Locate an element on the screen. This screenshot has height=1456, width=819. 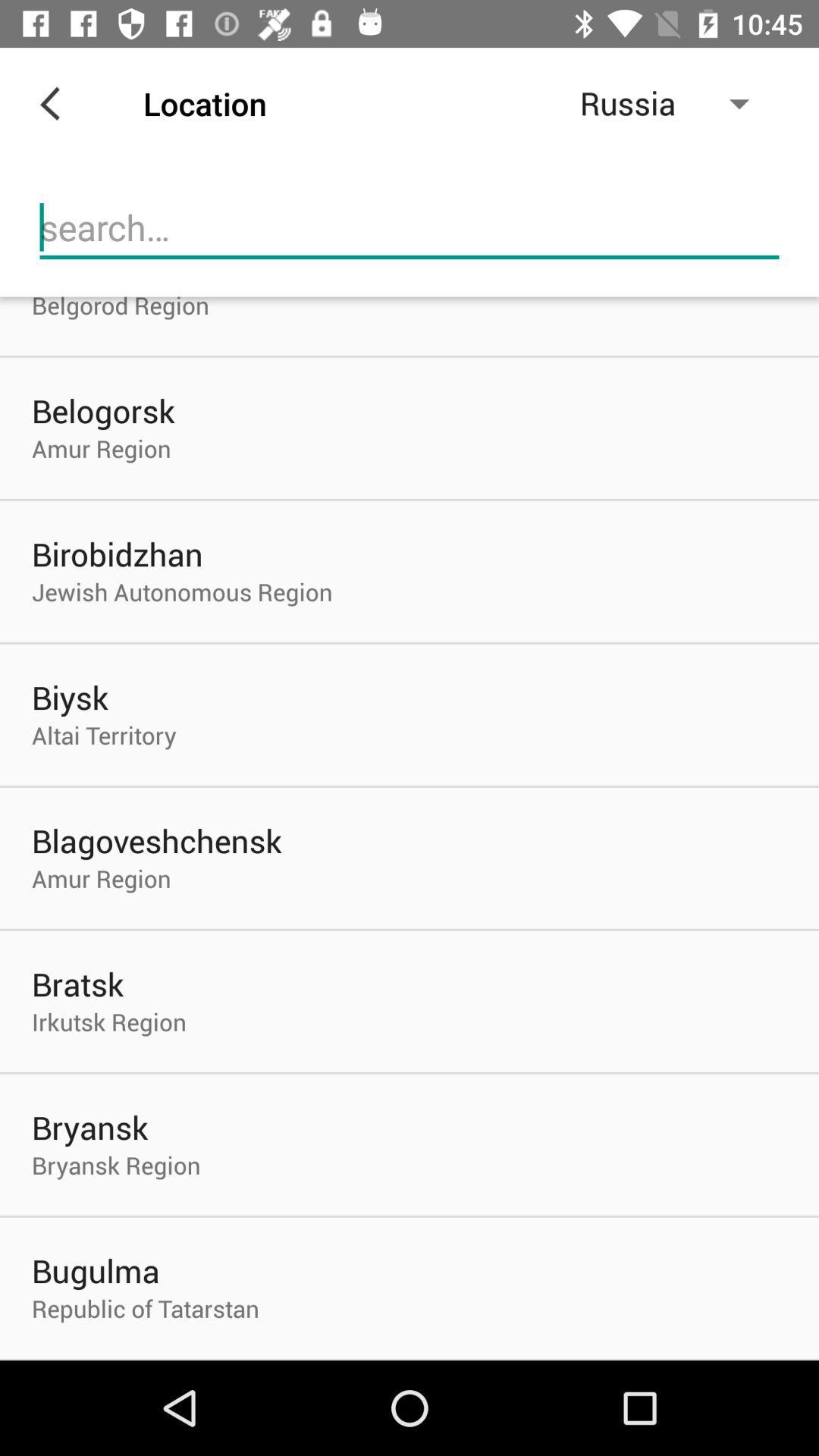
use the search function is located at coordinates (409, 227).